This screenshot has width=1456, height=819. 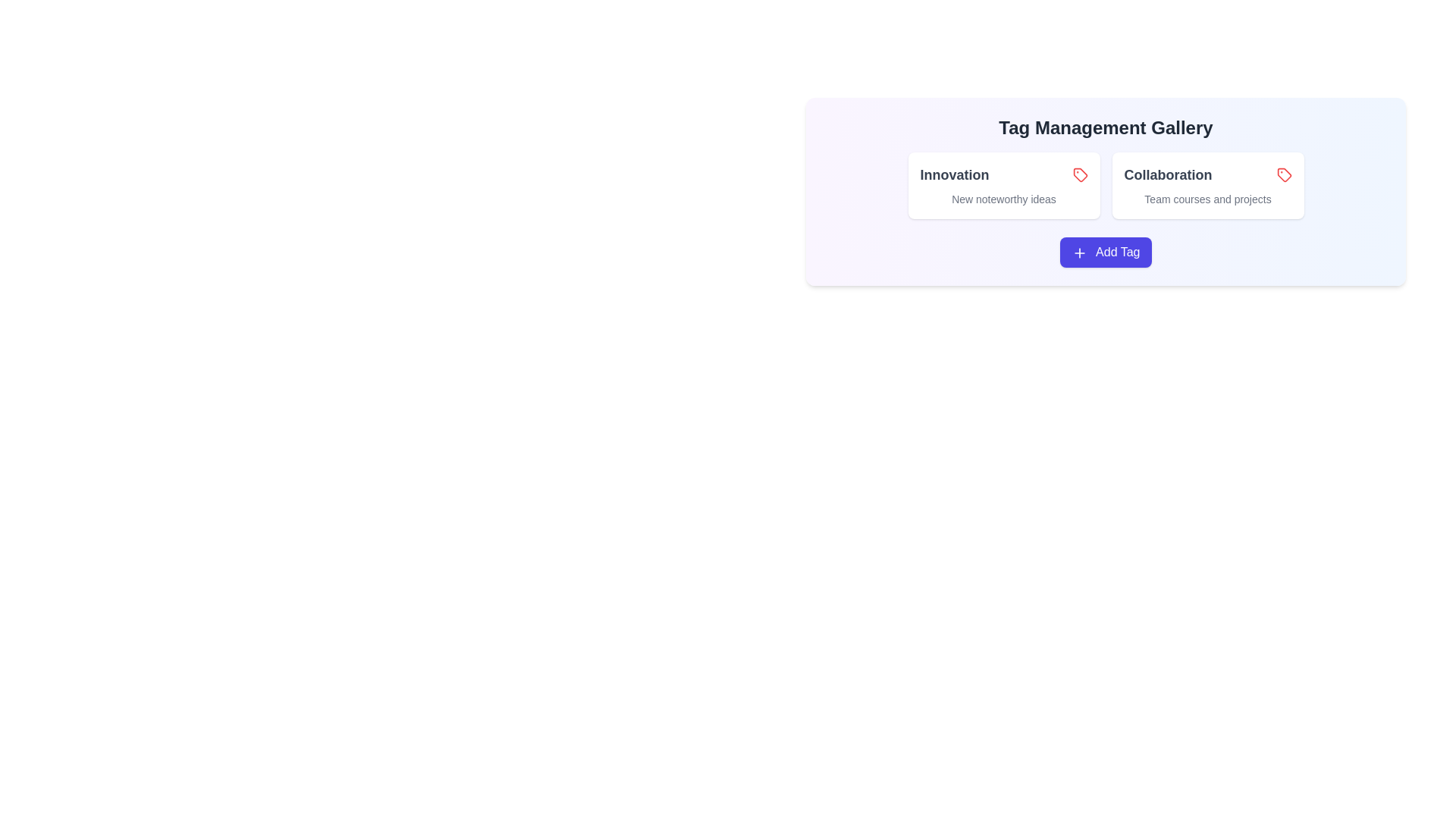 What do you see at coordinates (1207, 198) in the screenshot?
I see `the text label displaying 'Team courses and projects' styled in gray, located beneath the 'Collaboration' title within the white card interface` at bounding box center [1207, 198].